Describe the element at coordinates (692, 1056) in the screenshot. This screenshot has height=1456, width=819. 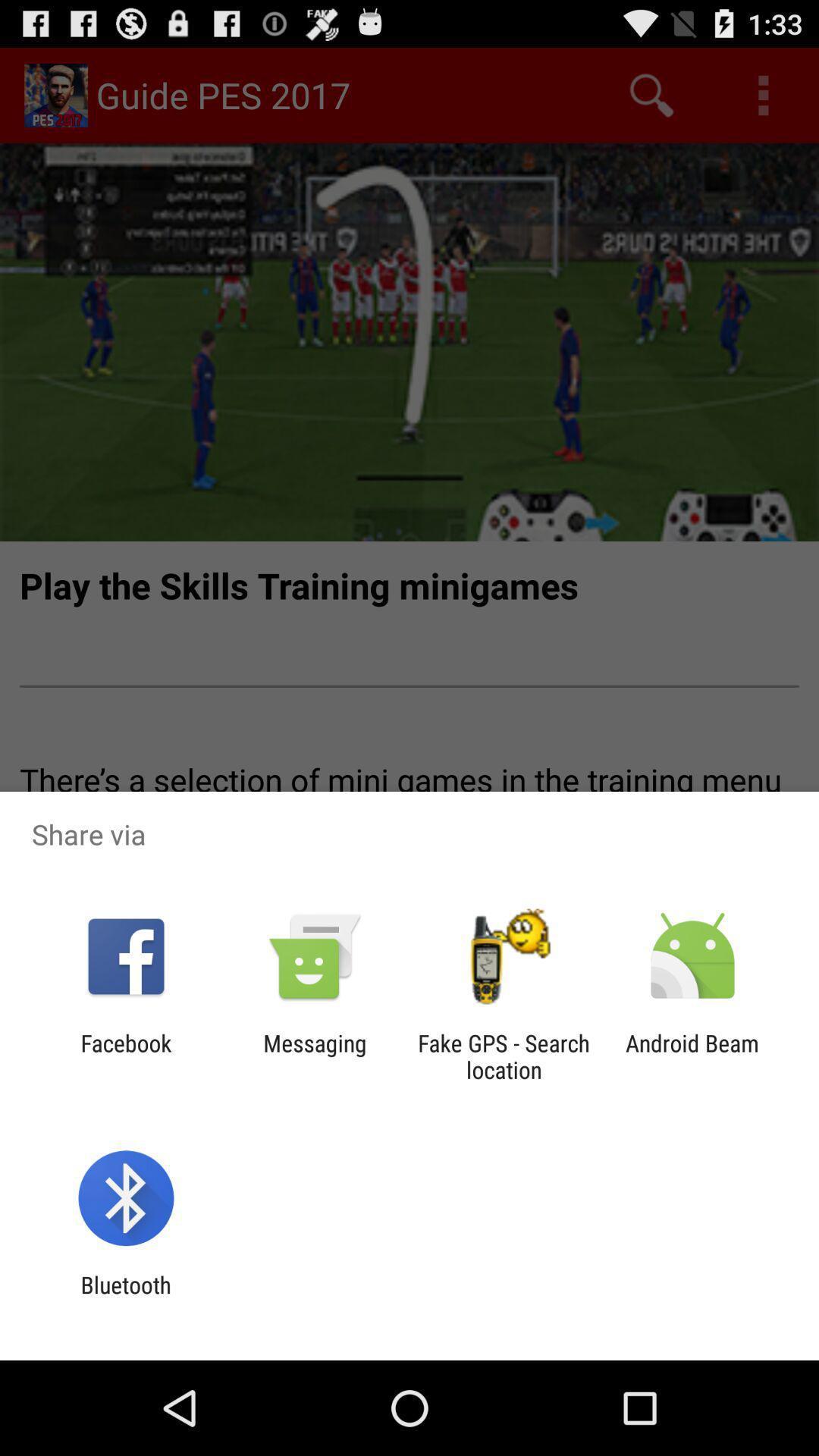
I see `app at the bottom right corner` at that location.